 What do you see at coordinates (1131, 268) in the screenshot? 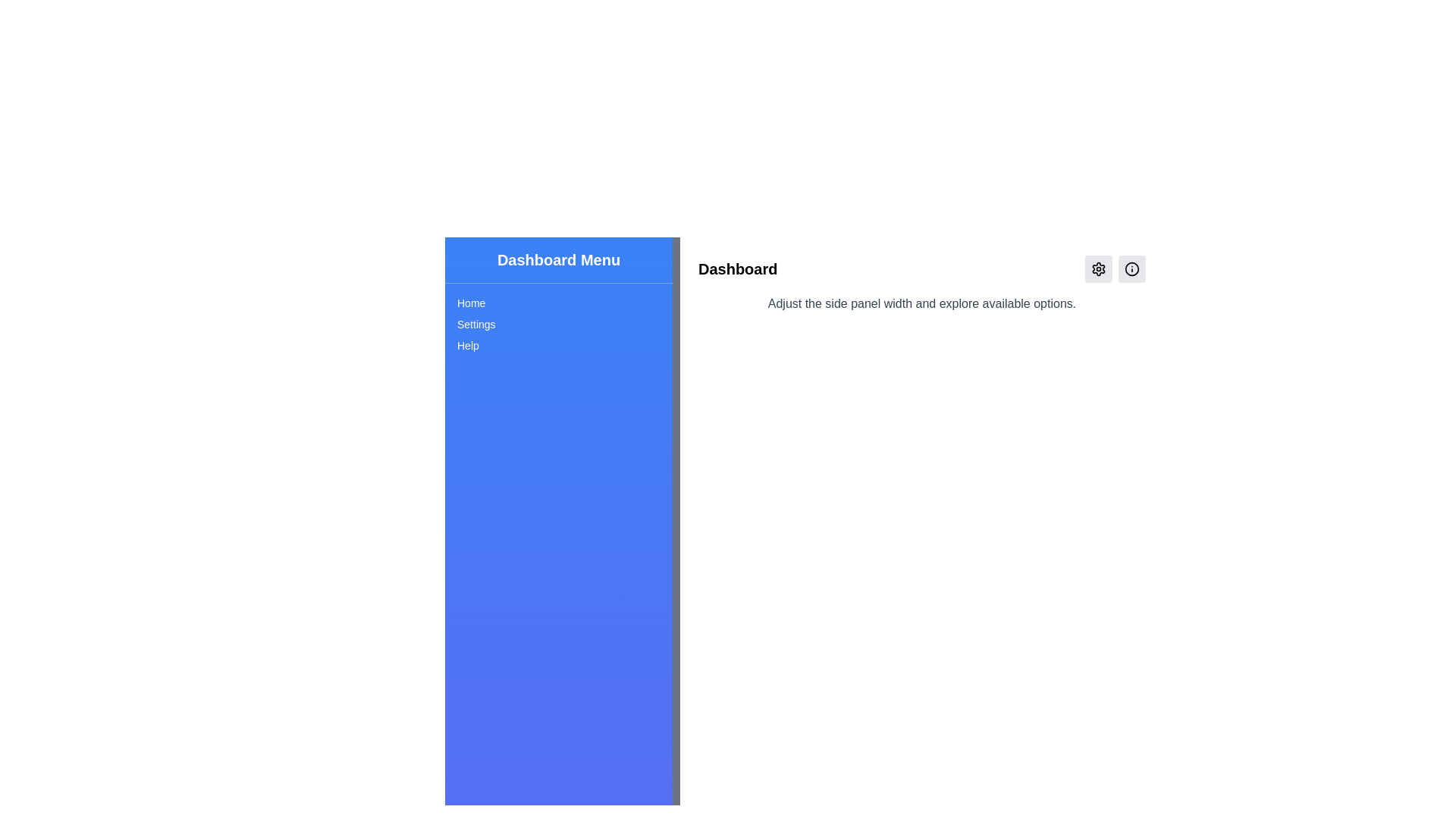
I see `the circular SVG graphic element located on the right side of the main dashboard content area, which is part of an icon group adjacent to instructional text` at bounding box center [1131, 268].